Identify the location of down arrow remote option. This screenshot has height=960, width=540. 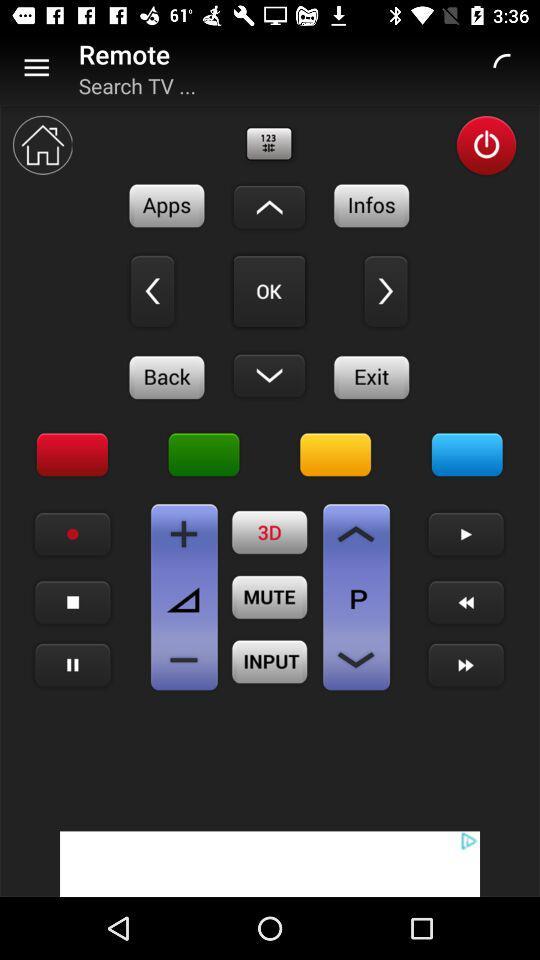
(269, 374).